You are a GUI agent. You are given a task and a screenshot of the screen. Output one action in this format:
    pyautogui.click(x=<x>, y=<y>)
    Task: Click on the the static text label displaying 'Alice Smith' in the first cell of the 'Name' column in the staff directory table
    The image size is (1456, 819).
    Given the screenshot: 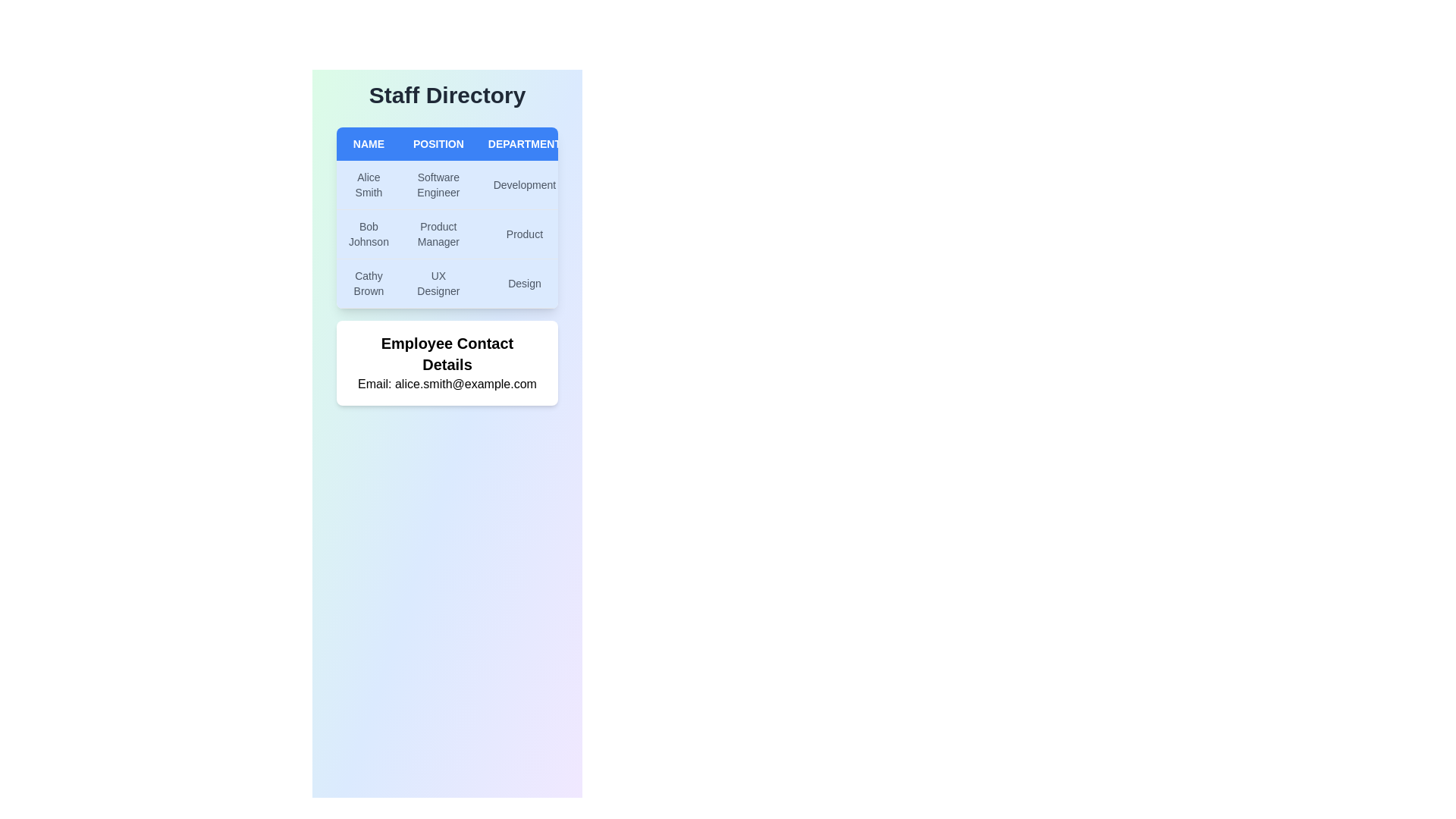 What is the action you would take?
    pyautogui.click(x=369, y=184)
    